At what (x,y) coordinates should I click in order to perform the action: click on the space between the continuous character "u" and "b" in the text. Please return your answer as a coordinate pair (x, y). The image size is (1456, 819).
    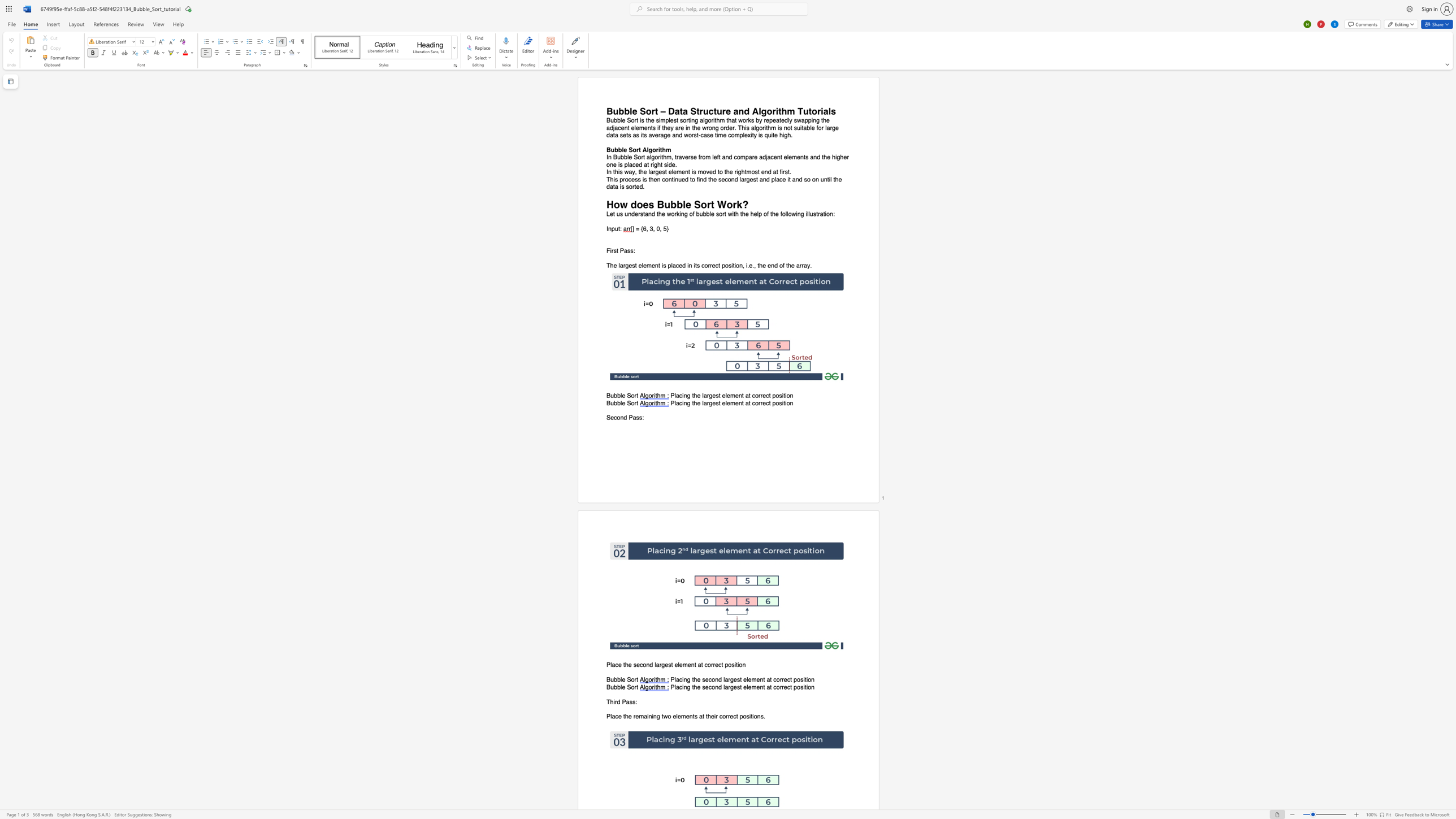
    Looking at the image, I should click on (670, 204).